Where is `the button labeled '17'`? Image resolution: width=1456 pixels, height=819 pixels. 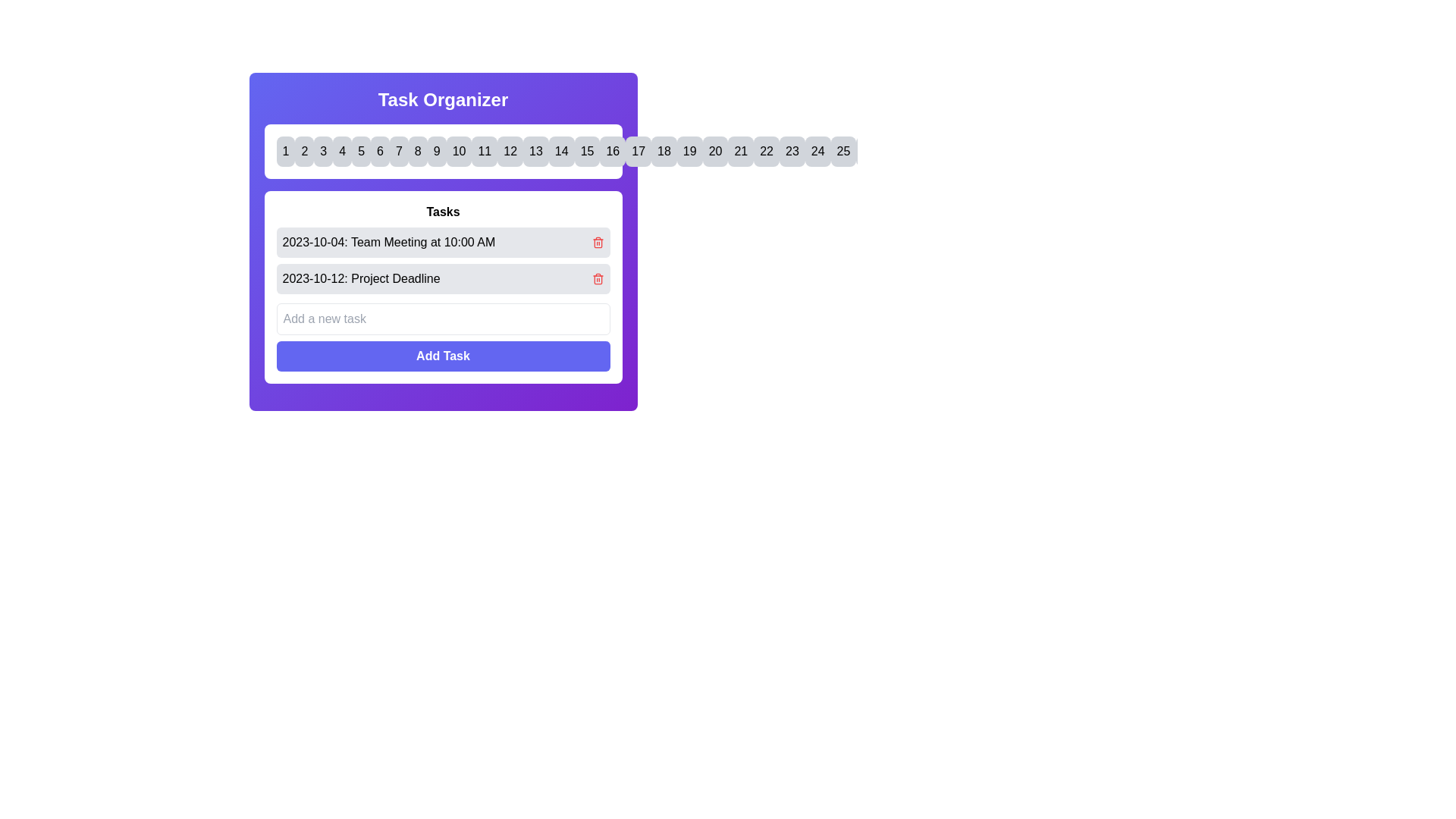
the button labeled '17' is located at coordinates (639, 152).